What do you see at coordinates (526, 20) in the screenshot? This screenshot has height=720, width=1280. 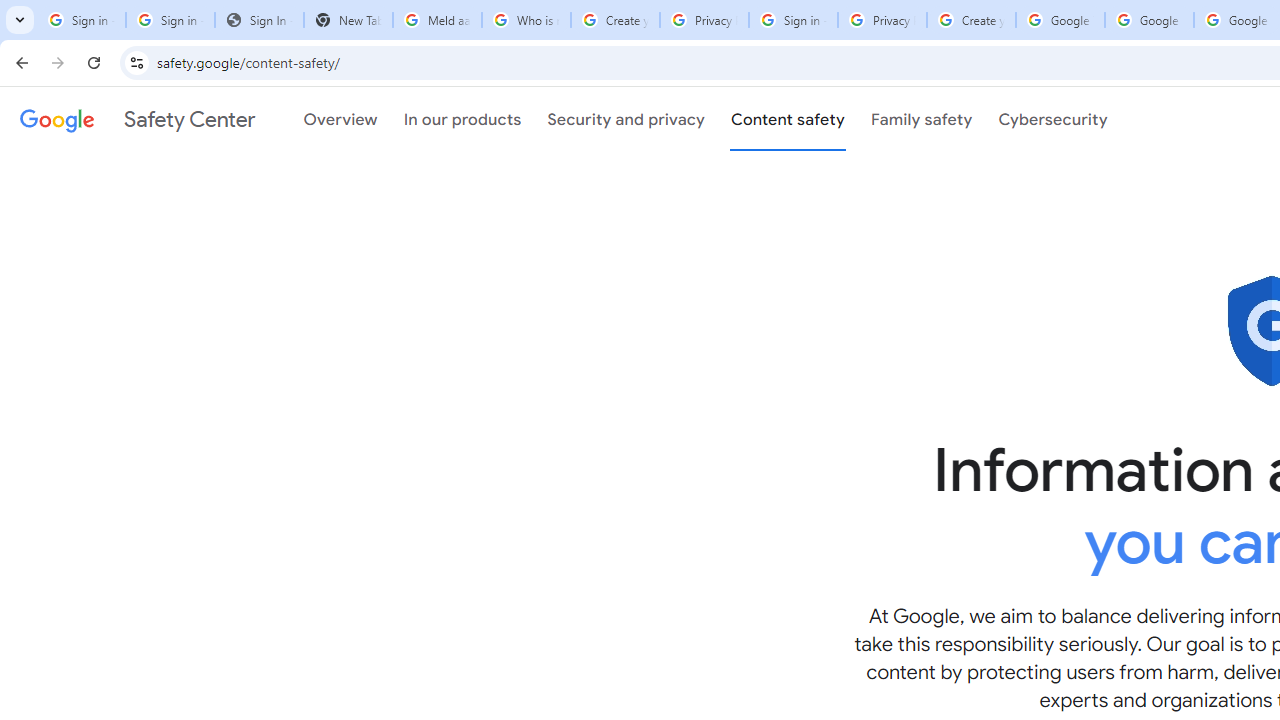 I see `'Who is my administrator? - Google Account Help'` at bounding box center [526, 20].